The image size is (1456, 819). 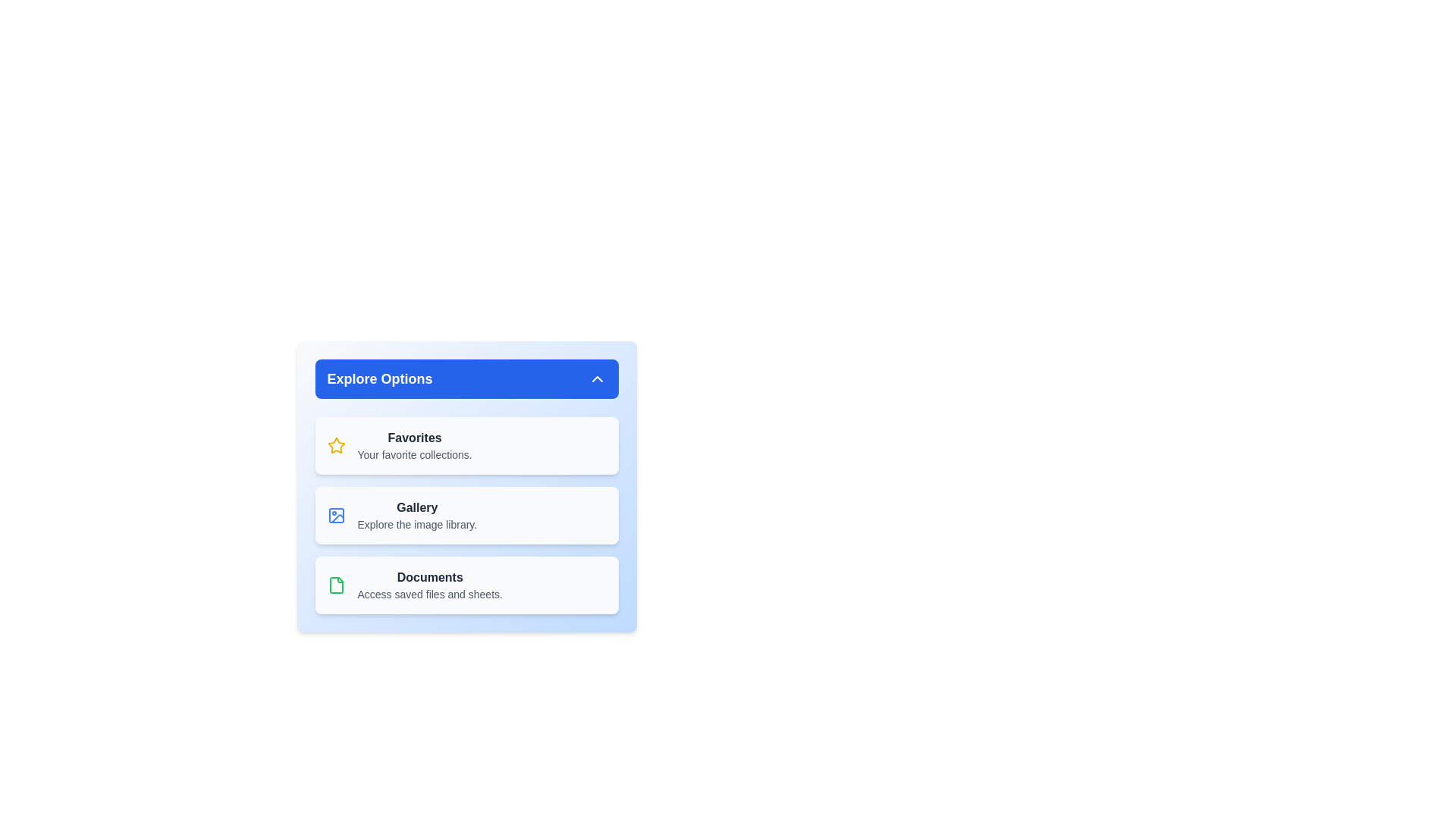 What do you see at coordinates (417, 508) in the screenshot?
I see `the 'Gallery' static text label, which serves as the title for the Gallery option in a vertical list of options, located between 'Favorites' and 'Documents'` at bounding box center [417, 508].